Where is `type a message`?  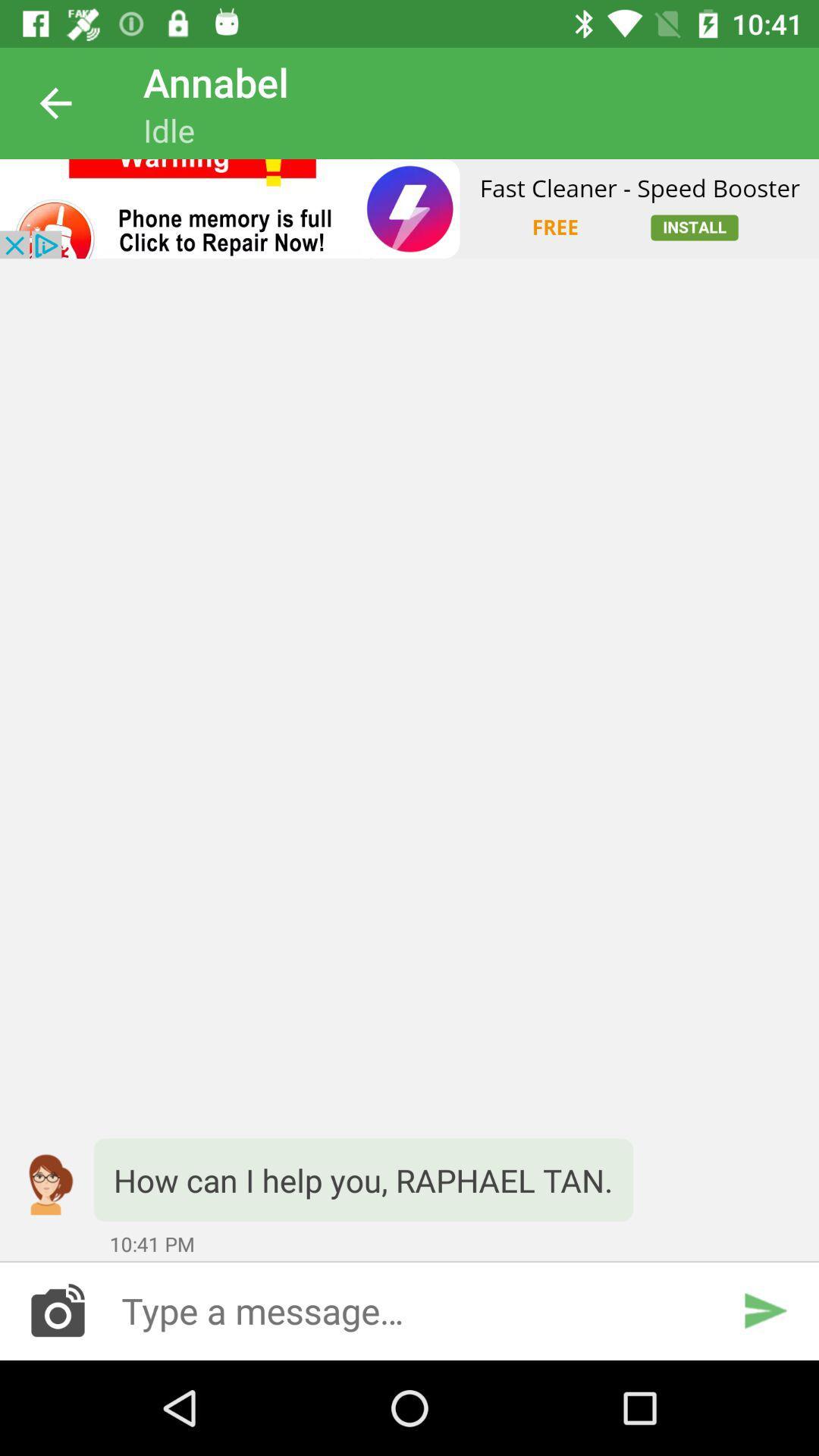 type a message is located at coordinates (409, 1310).